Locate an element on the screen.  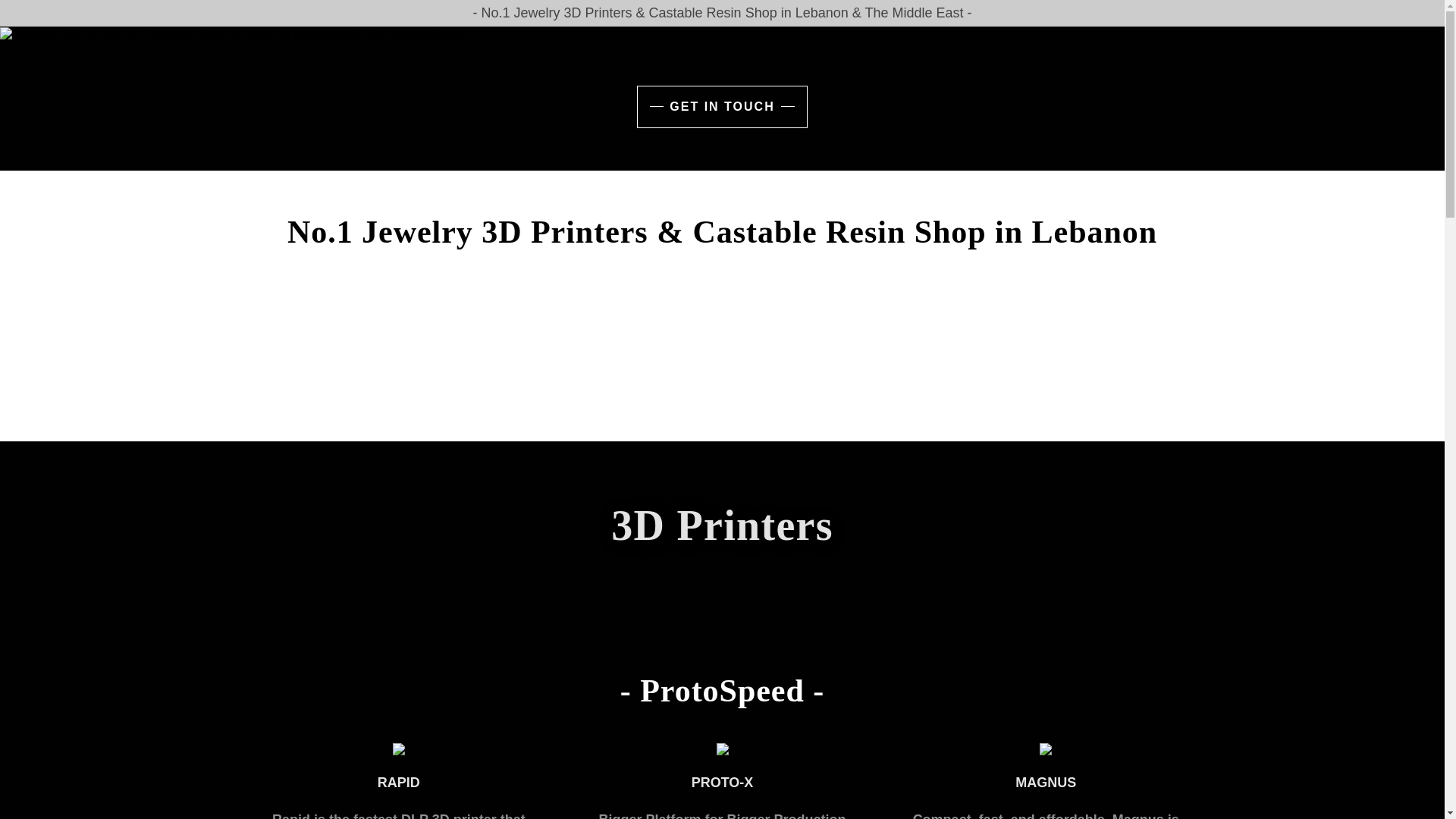
'GET IN TOUCH' is located at coordinates (720, 106).